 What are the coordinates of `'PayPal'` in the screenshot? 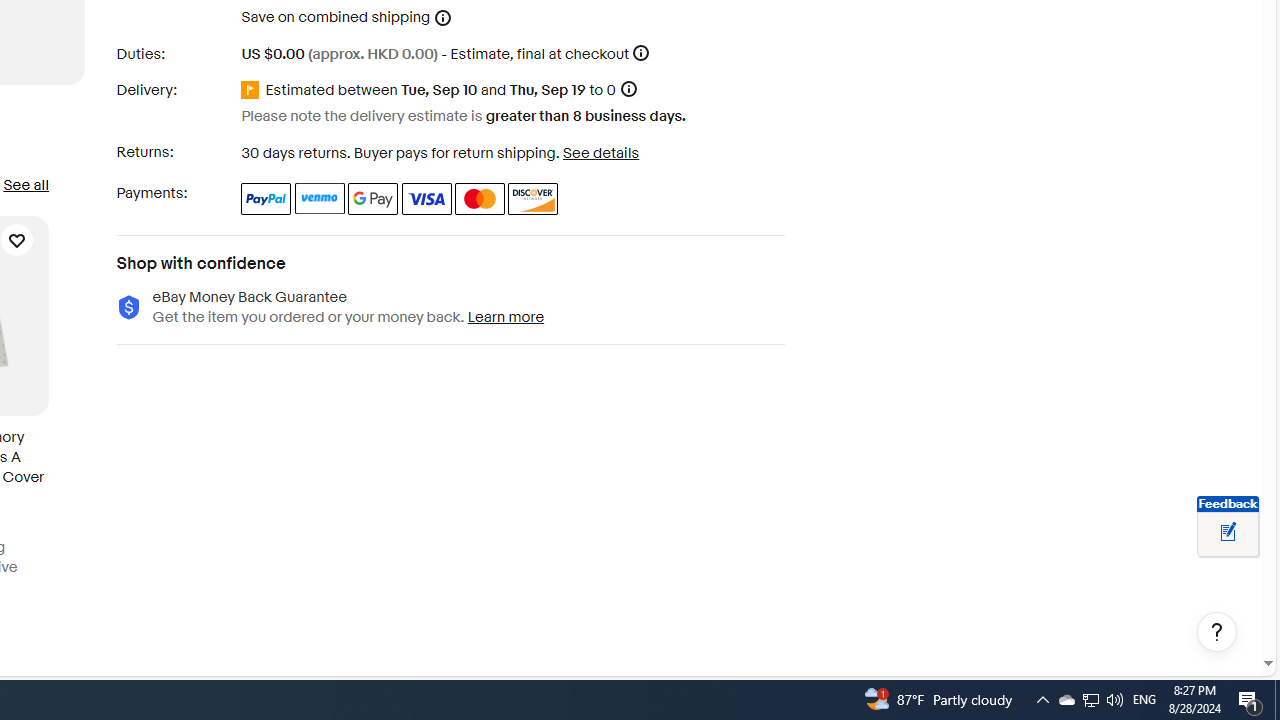 It's located at (265, 198).